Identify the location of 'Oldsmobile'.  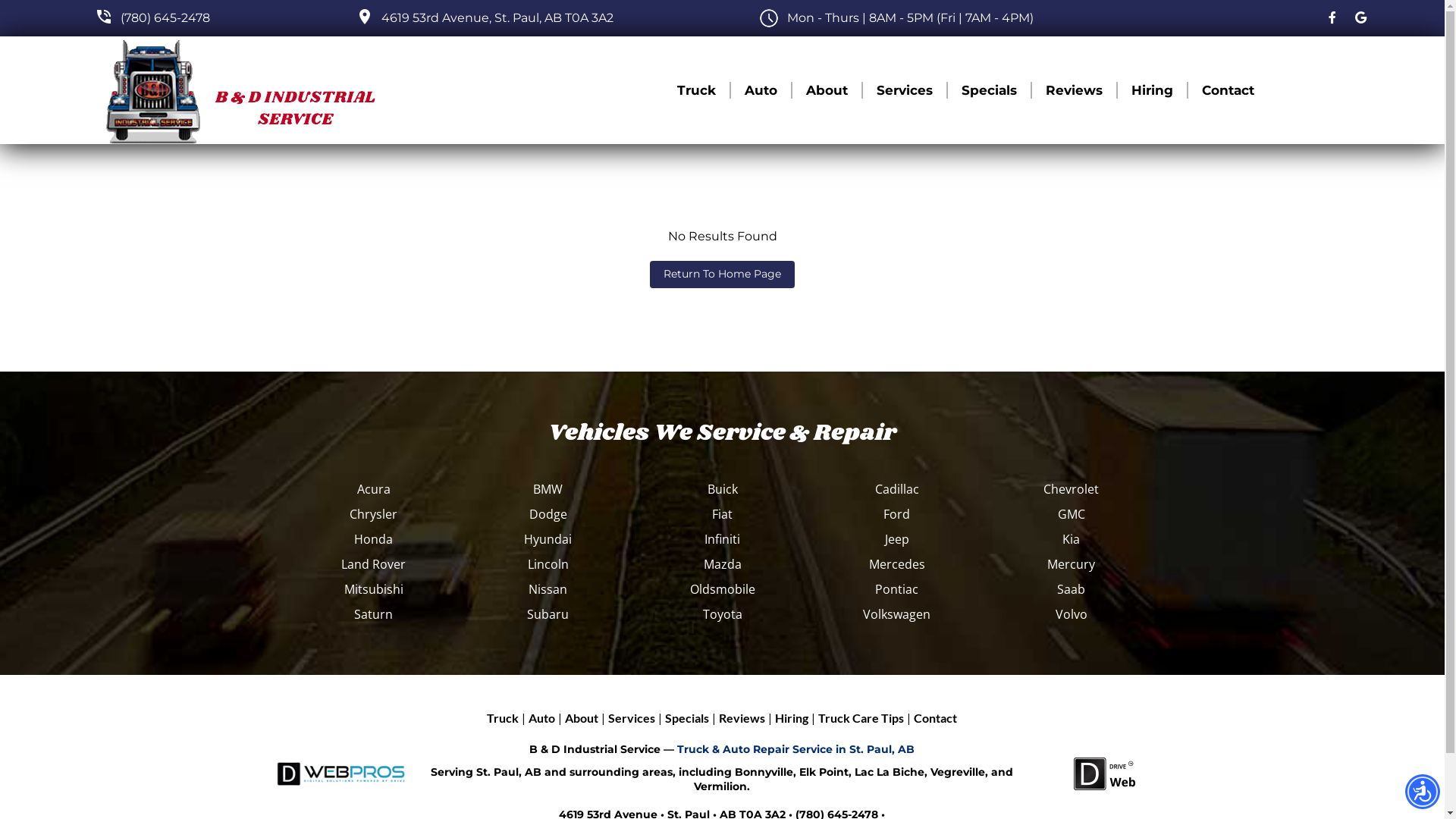
(722, 588).